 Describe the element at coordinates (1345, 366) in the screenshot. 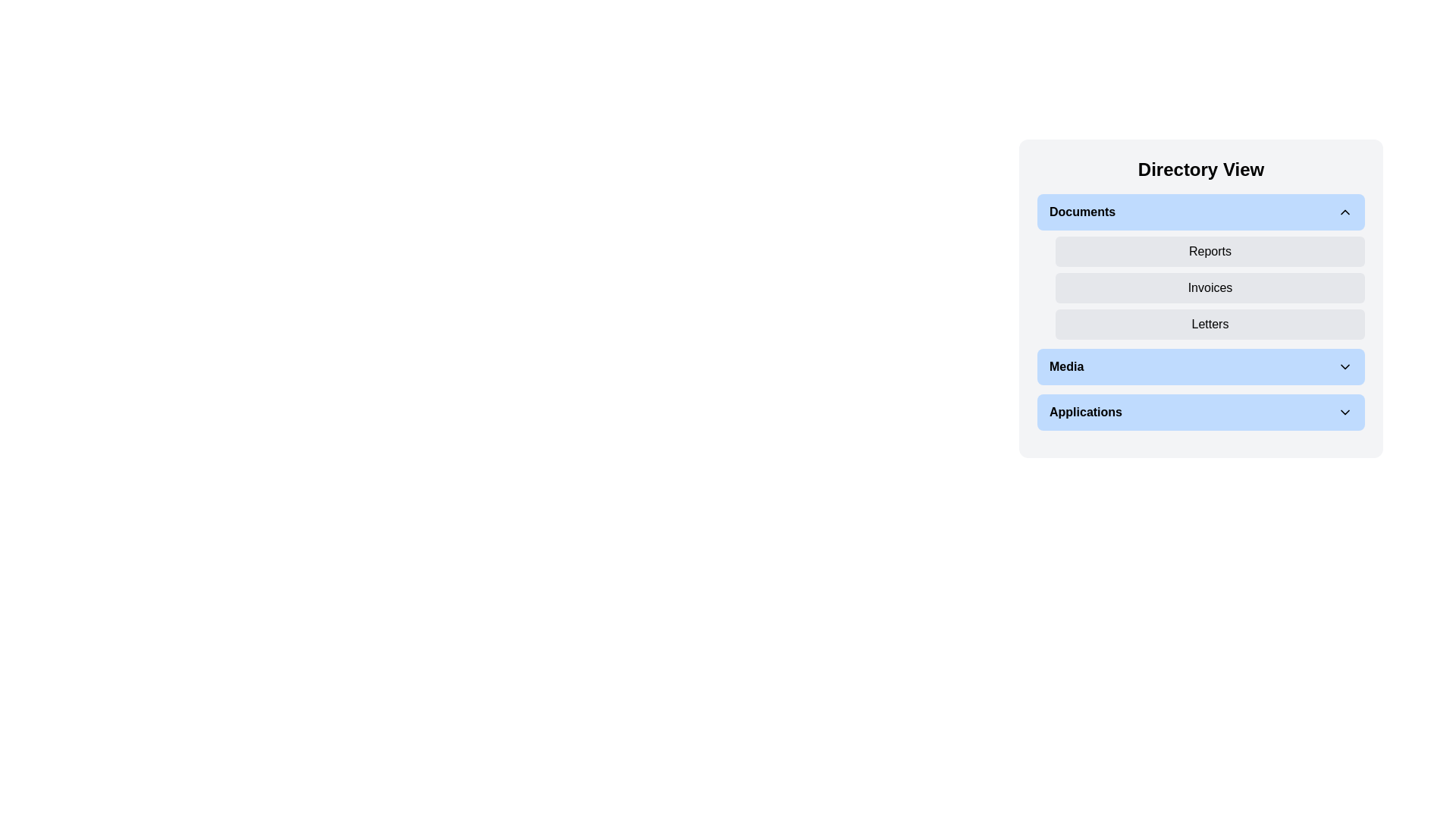

I see `the dropdown indicator icon, which is a downward-facing chevron arrow located to the right of the 'Media' text in a highlighted blue section, to trigger a tooltip or highlight effect` at that location.